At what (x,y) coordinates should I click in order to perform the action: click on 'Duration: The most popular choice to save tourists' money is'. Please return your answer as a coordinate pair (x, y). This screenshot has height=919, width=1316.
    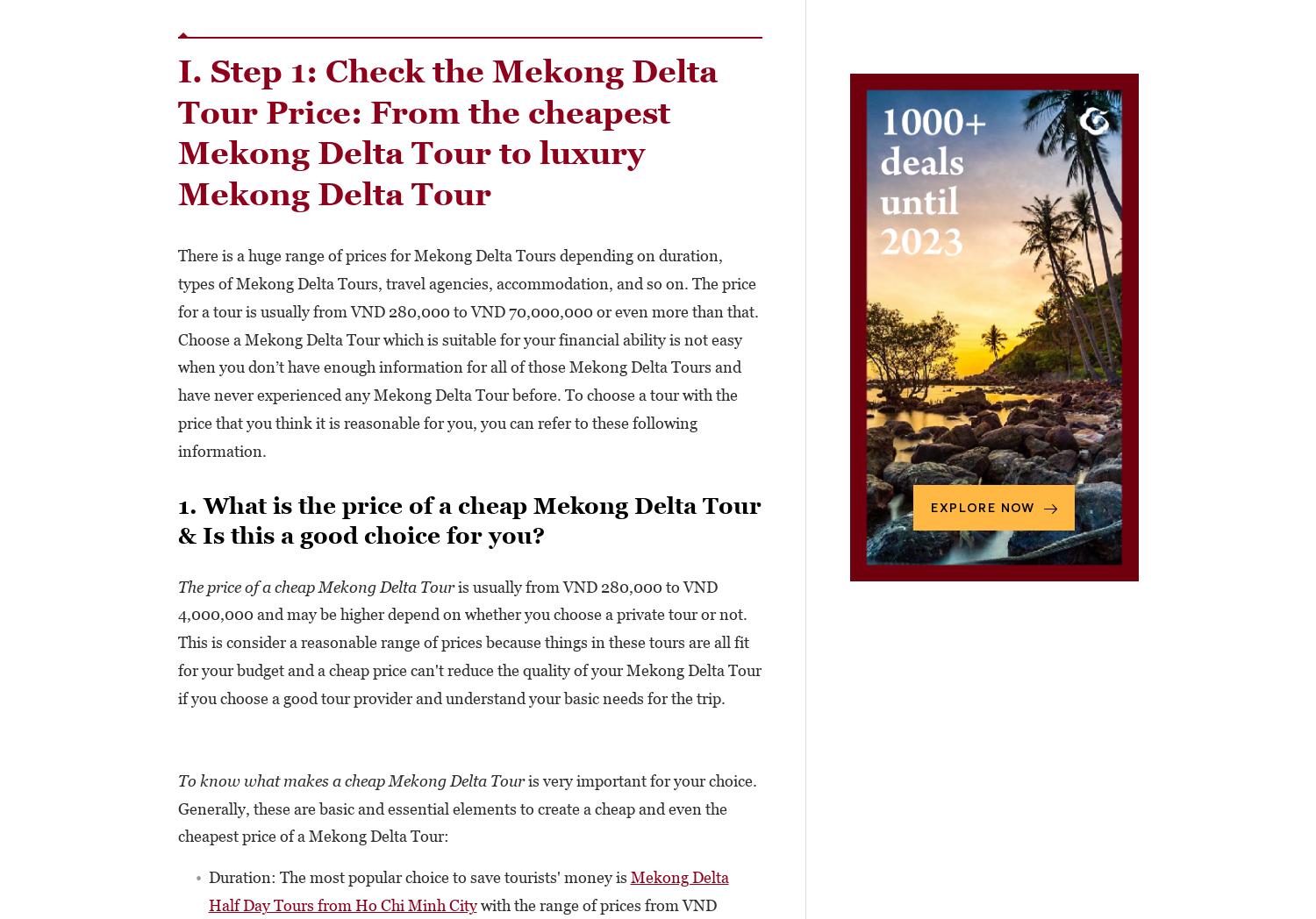
    Looking at the image, I should click on (418, 876).